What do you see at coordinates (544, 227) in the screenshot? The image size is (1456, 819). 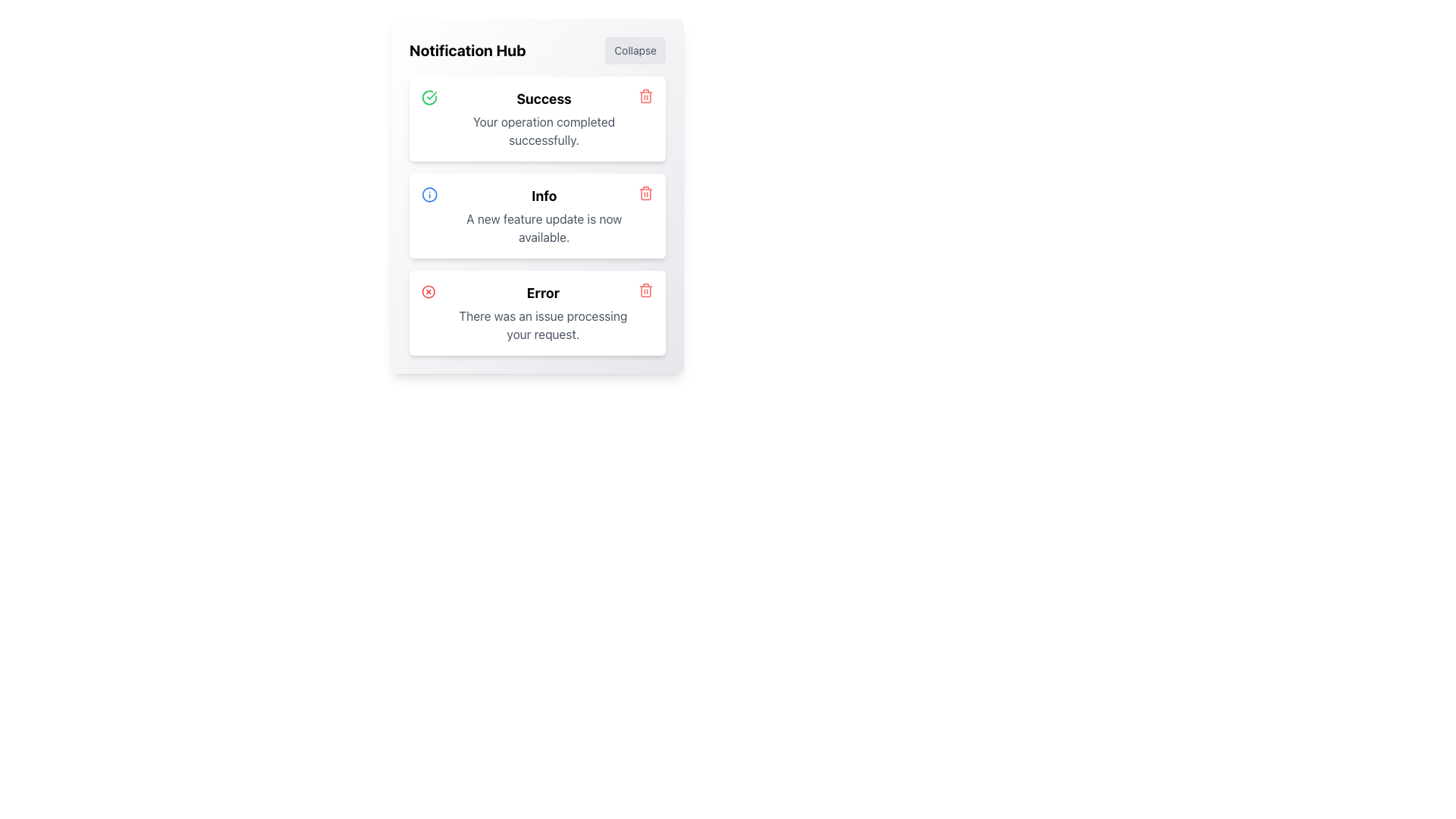 I see `text label providing additional details about the 'Info' notification under the 'Notification Hub' panel` at bounding box center [544, 227].